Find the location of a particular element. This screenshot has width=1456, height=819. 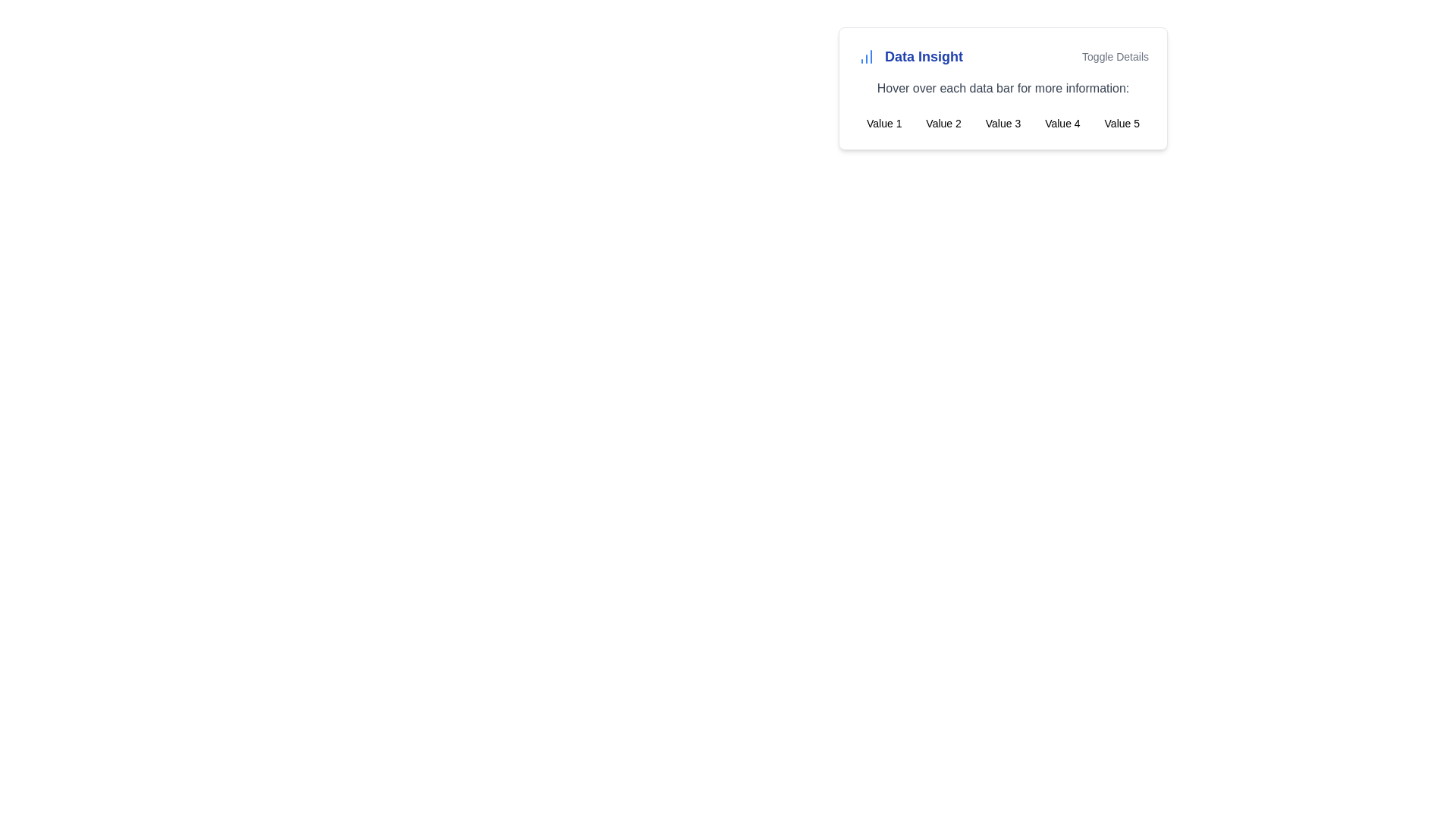

the fourth text label in the 'Data Insight' panel, which is part of a horizontal sequence of values labeled 'Value 1' to 'Value 5' is located at coordinates (1062, 122).